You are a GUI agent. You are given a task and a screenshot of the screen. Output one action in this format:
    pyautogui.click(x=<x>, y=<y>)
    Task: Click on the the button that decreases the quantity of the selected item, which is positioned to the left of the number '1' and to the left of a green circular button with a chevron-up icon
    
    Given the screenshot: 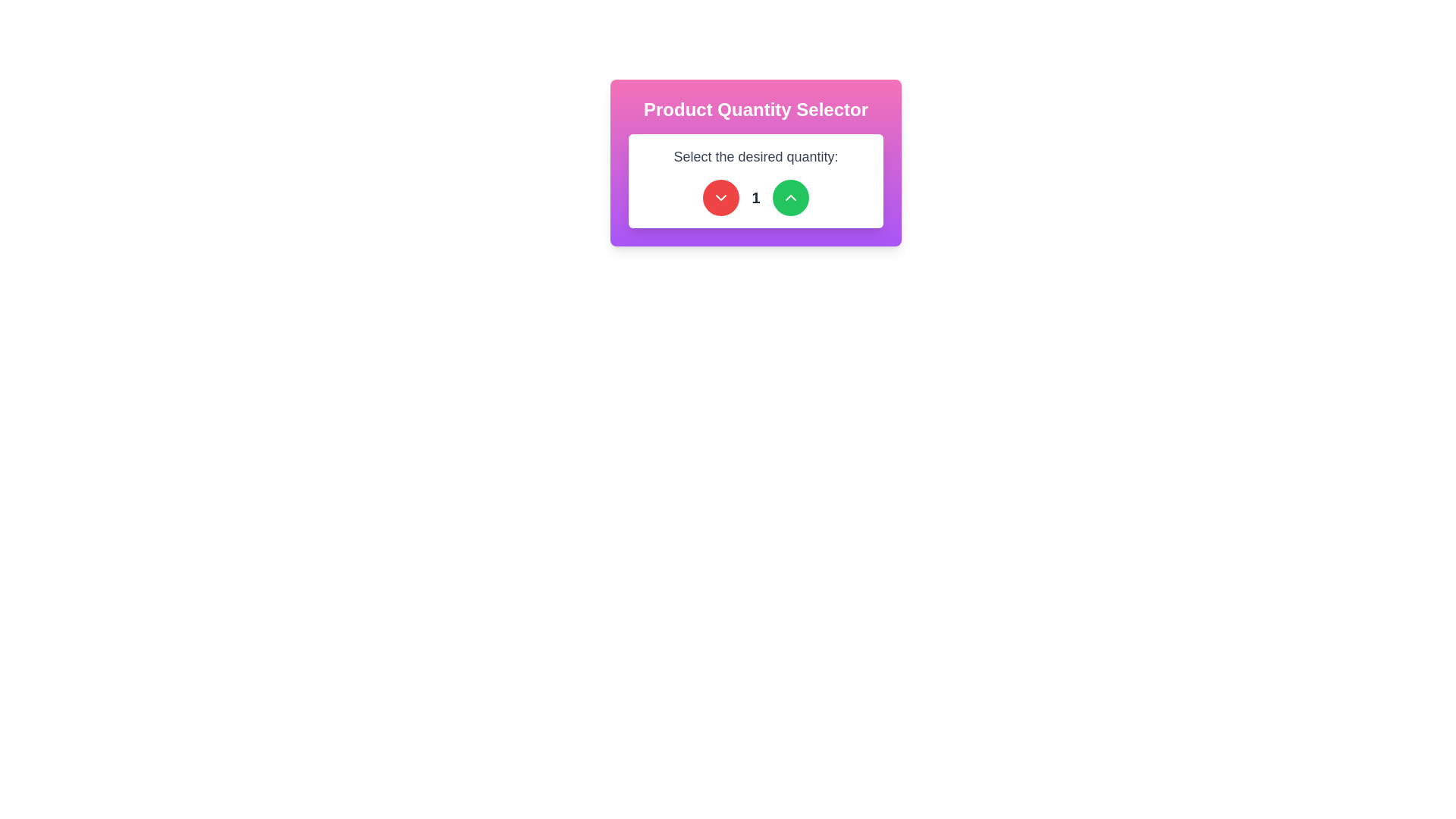 What is the action you would take?
    pyautogui.click(x=720, y=197)
    